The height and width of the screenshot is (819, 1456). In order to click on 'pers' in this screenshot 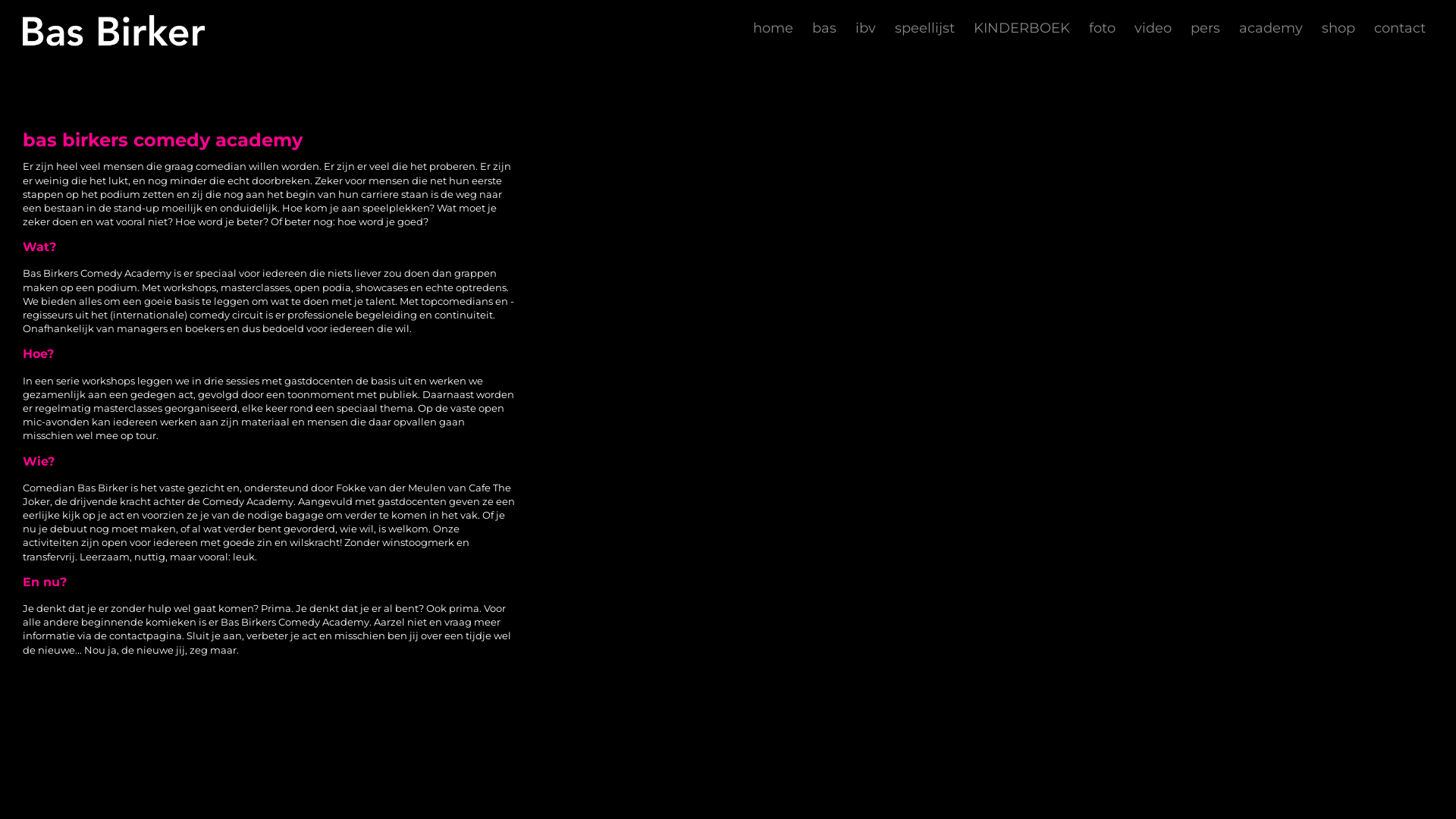, I will do `click(1204, 28)`.